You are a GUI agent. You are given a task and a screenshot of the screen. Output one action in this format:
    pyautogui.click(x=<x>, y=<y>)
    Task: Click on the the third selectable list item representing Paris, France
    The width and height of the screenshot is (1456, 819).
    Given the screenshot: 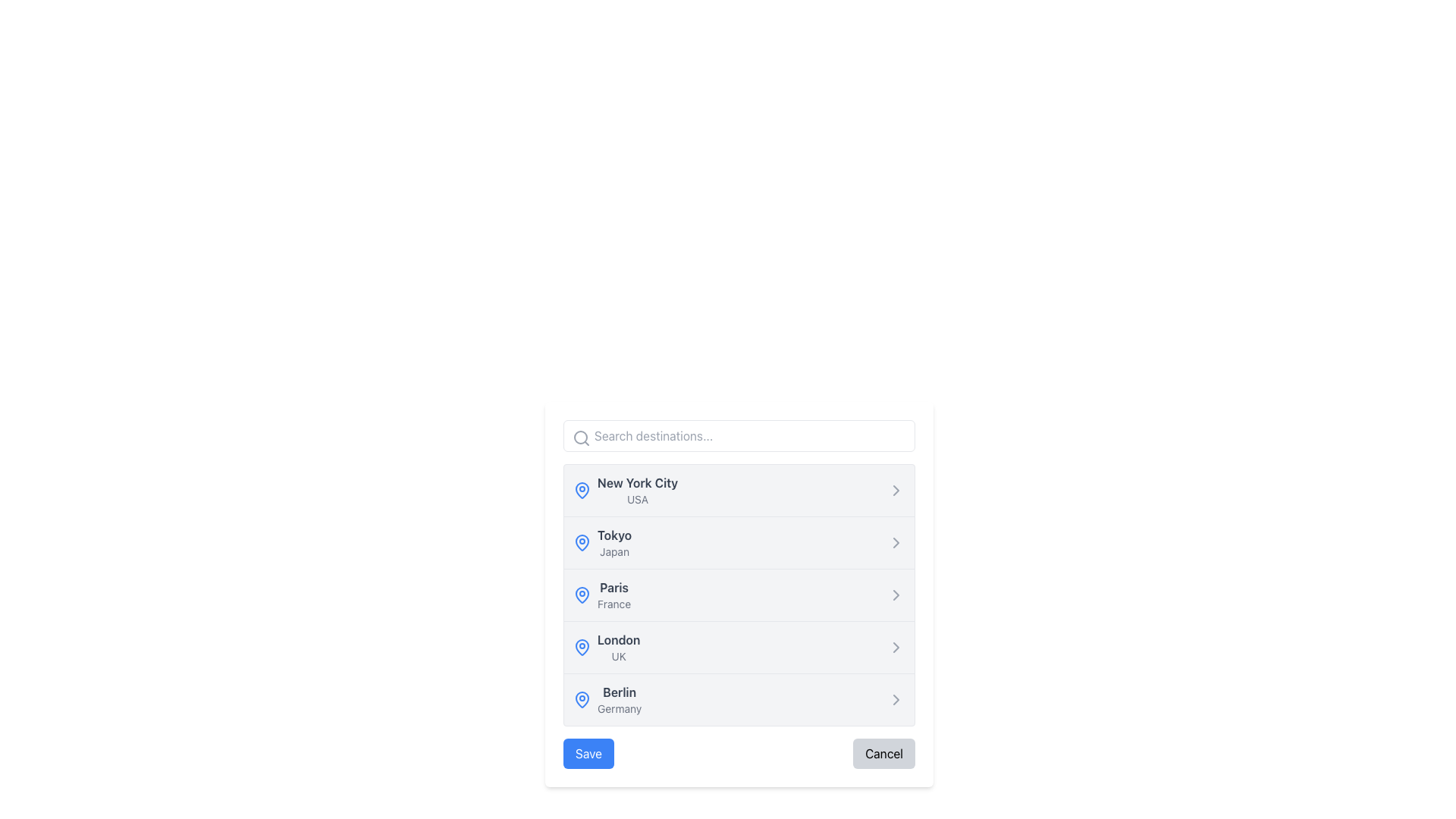 What is the action you would take?
    pyautogui.click(x=739, y=595)
    